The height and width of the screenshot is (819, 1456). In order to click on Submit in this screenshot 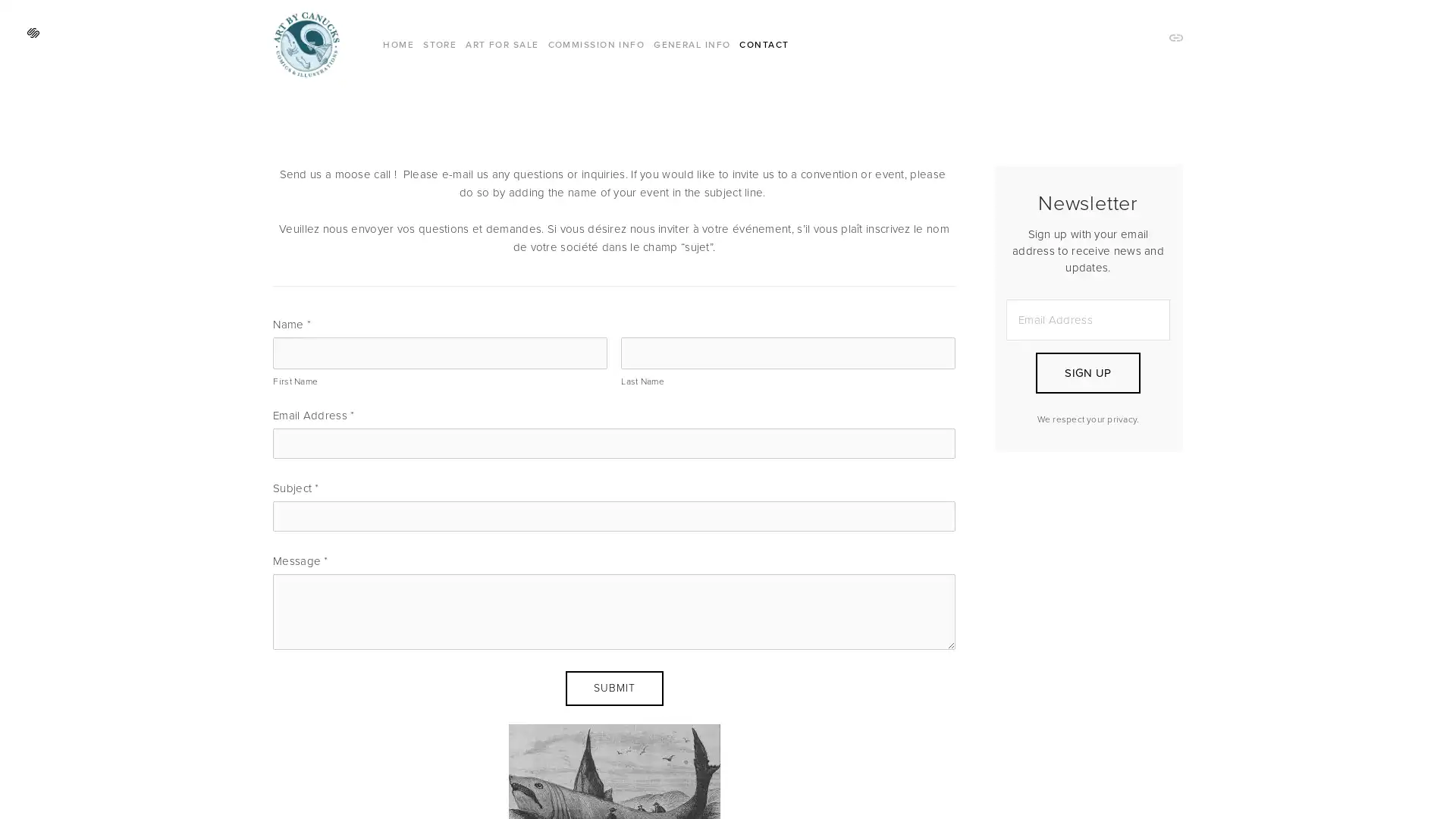, I will do `click(613, 688)`.